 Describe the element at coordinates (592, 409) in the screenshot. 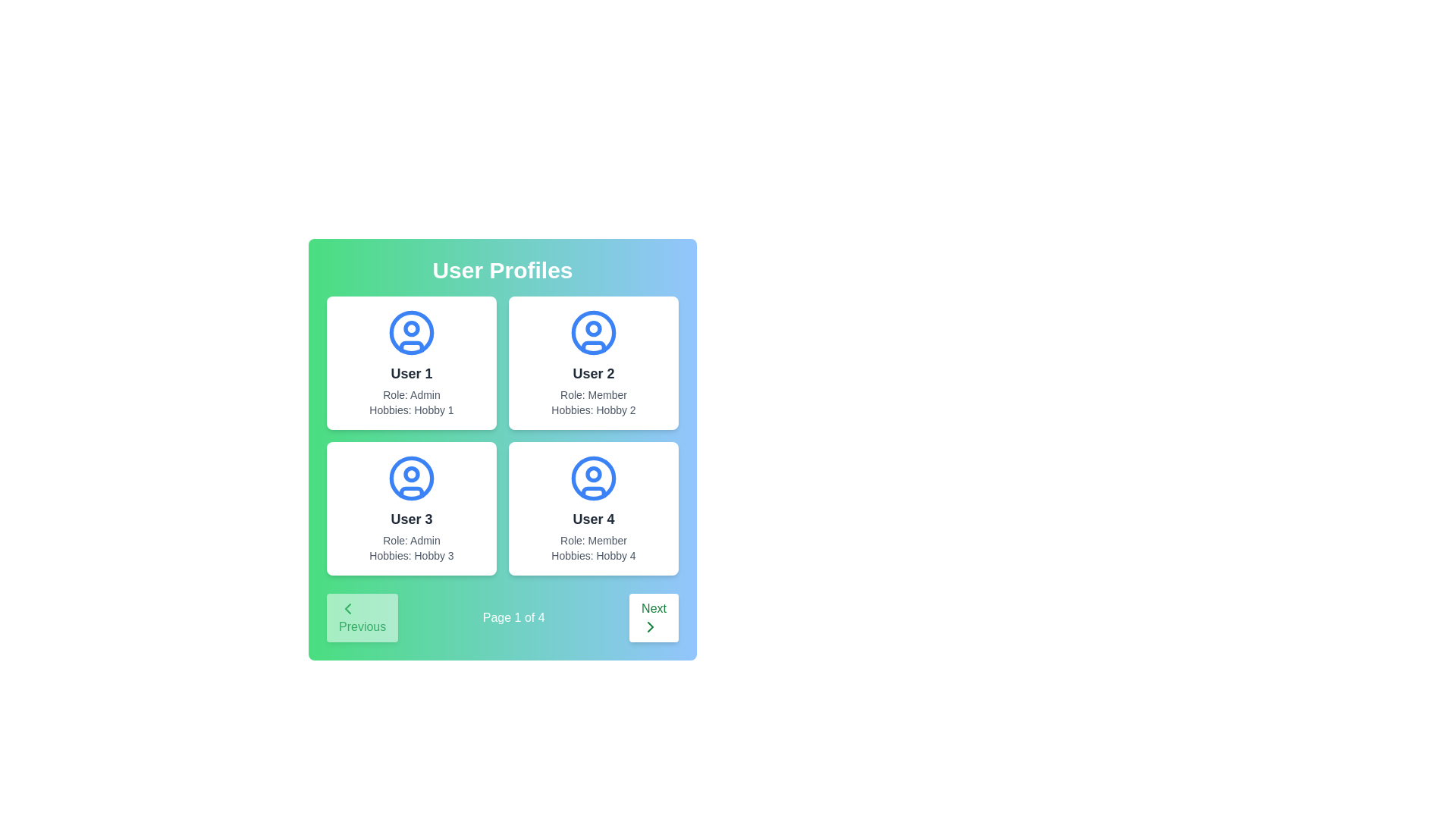

I see `the informational text label displaying hobby details for 'User 2', located below 'Role: Member' in the user card` at that location.